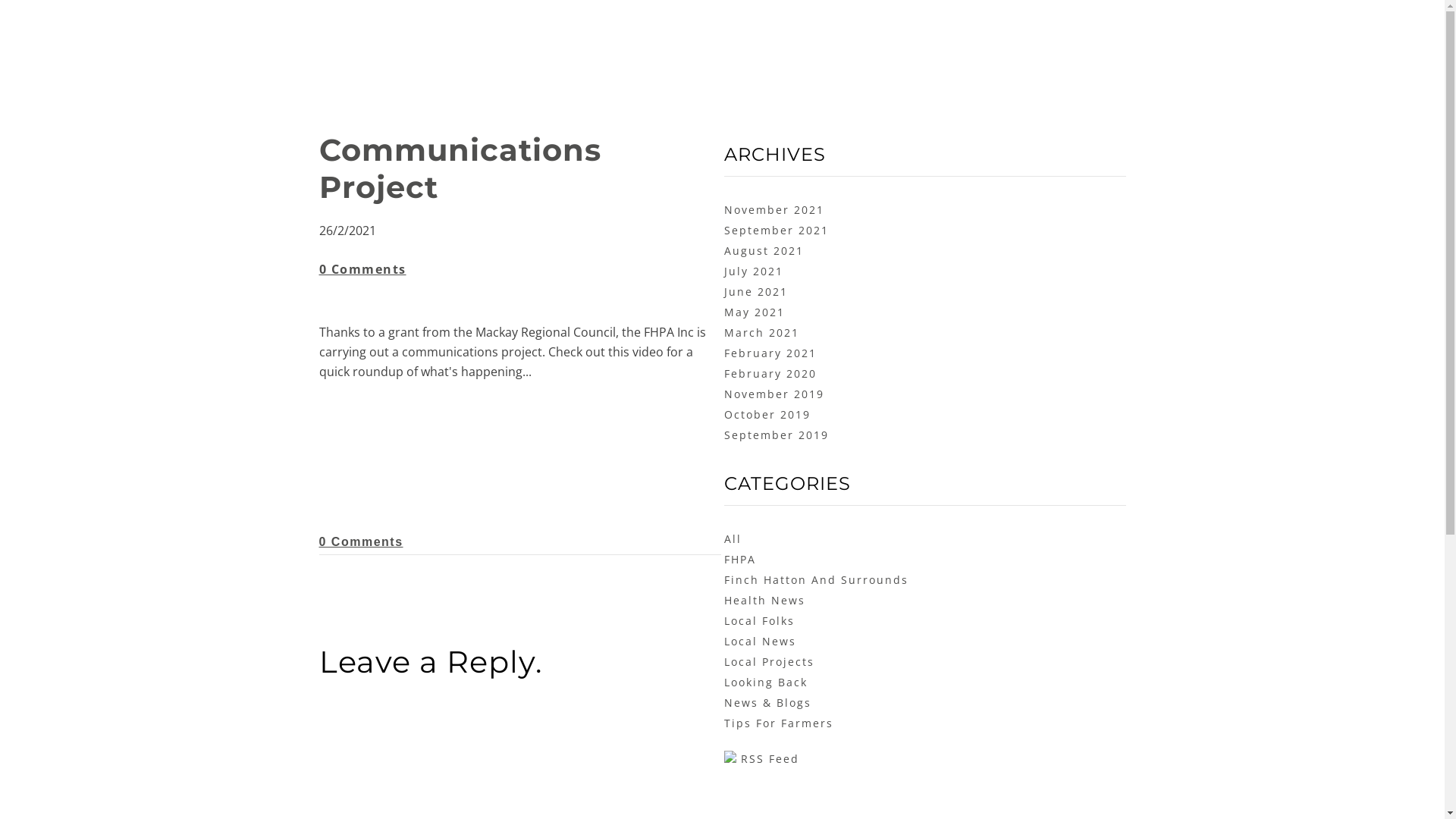  What do you see at coordinates (758, 620) in the screenshot?
I see `'Local Folks'` at bounding box center [758, 620].